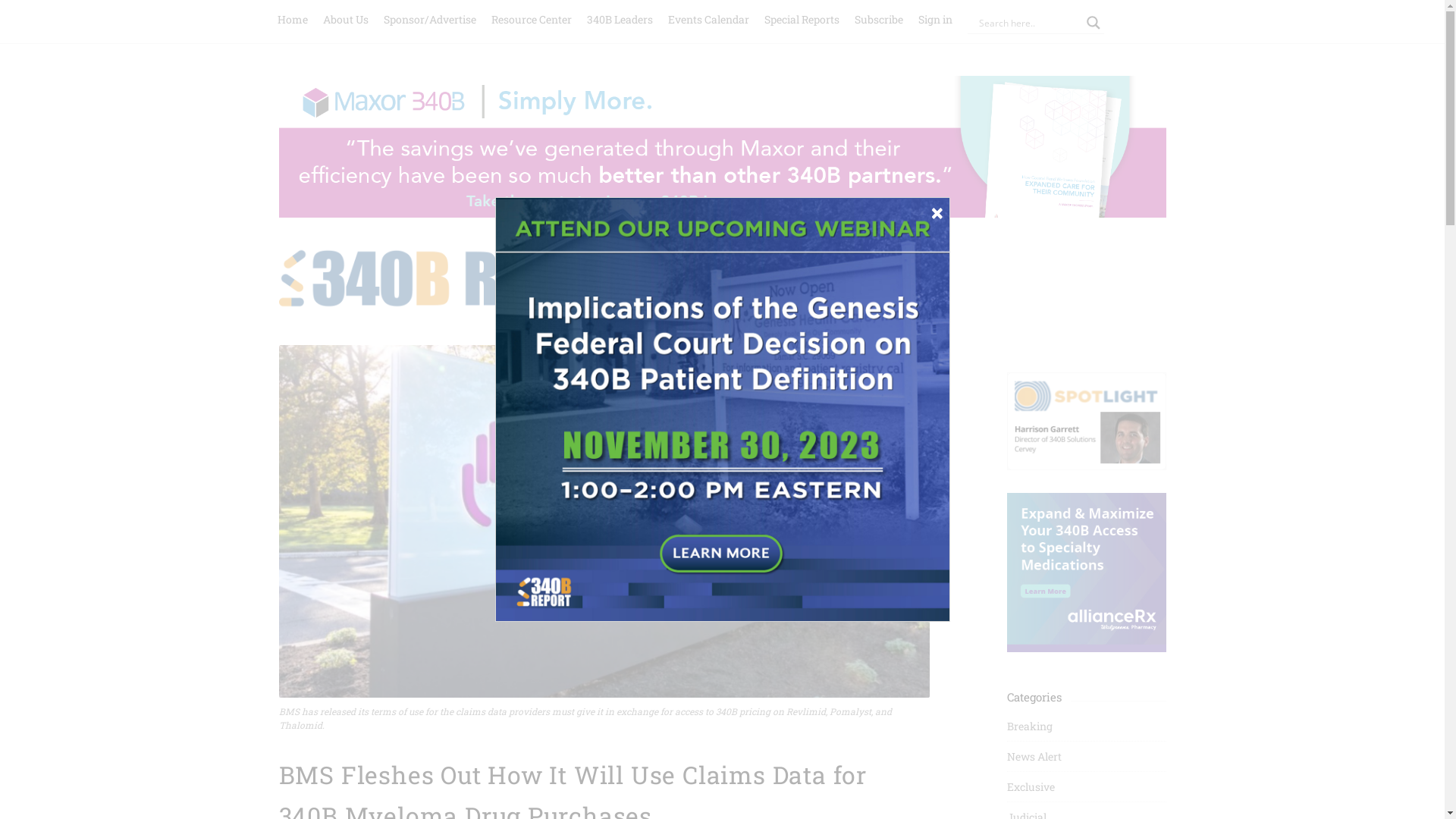  What do you see at coordinates (531, 18) in the screenshot?
I see `'Resource Center'` at bounding box center [531, 18].